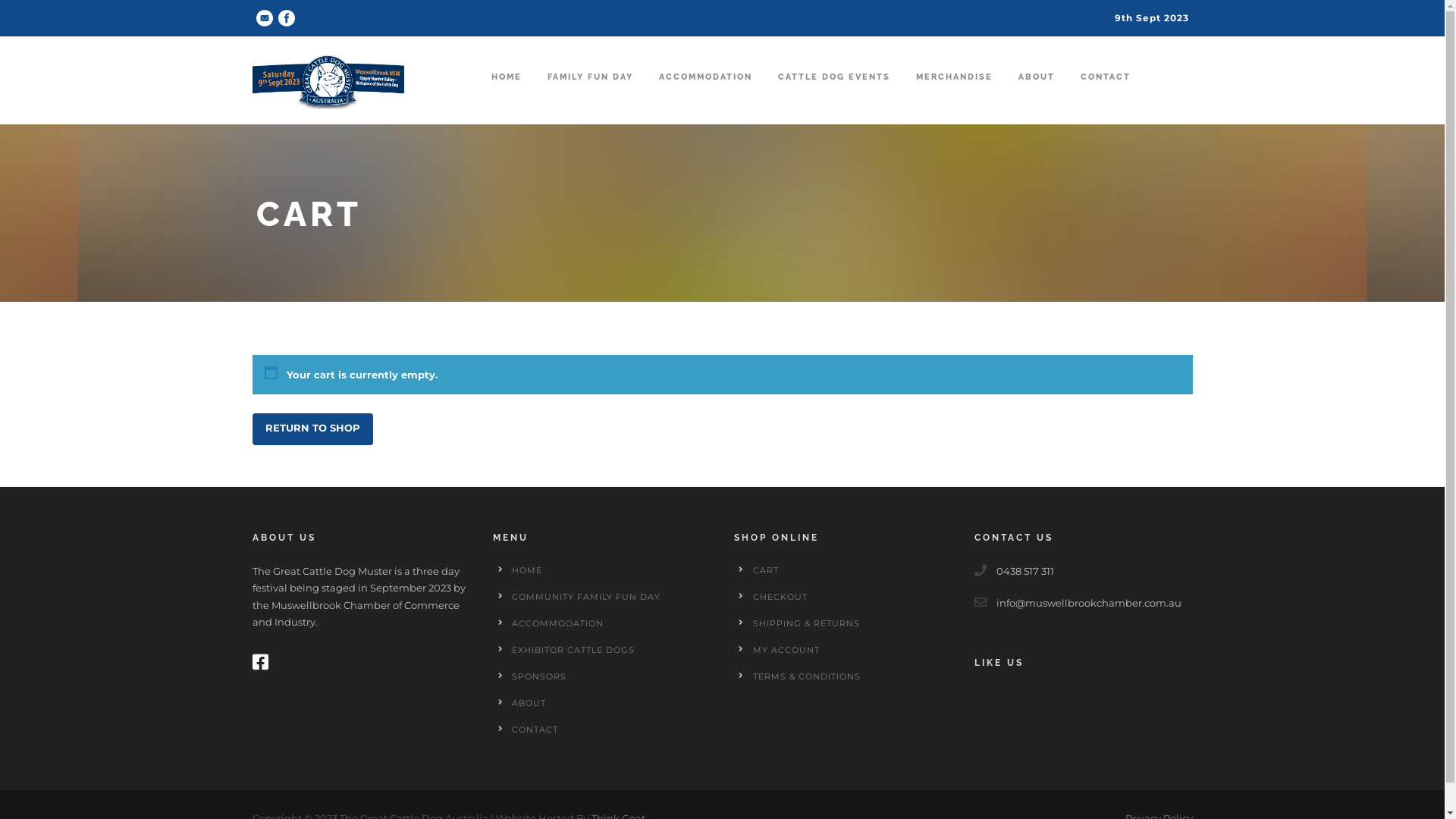  I want to click on 'COMMUNITY FAMILY FUN DAY', so click(512, 595).